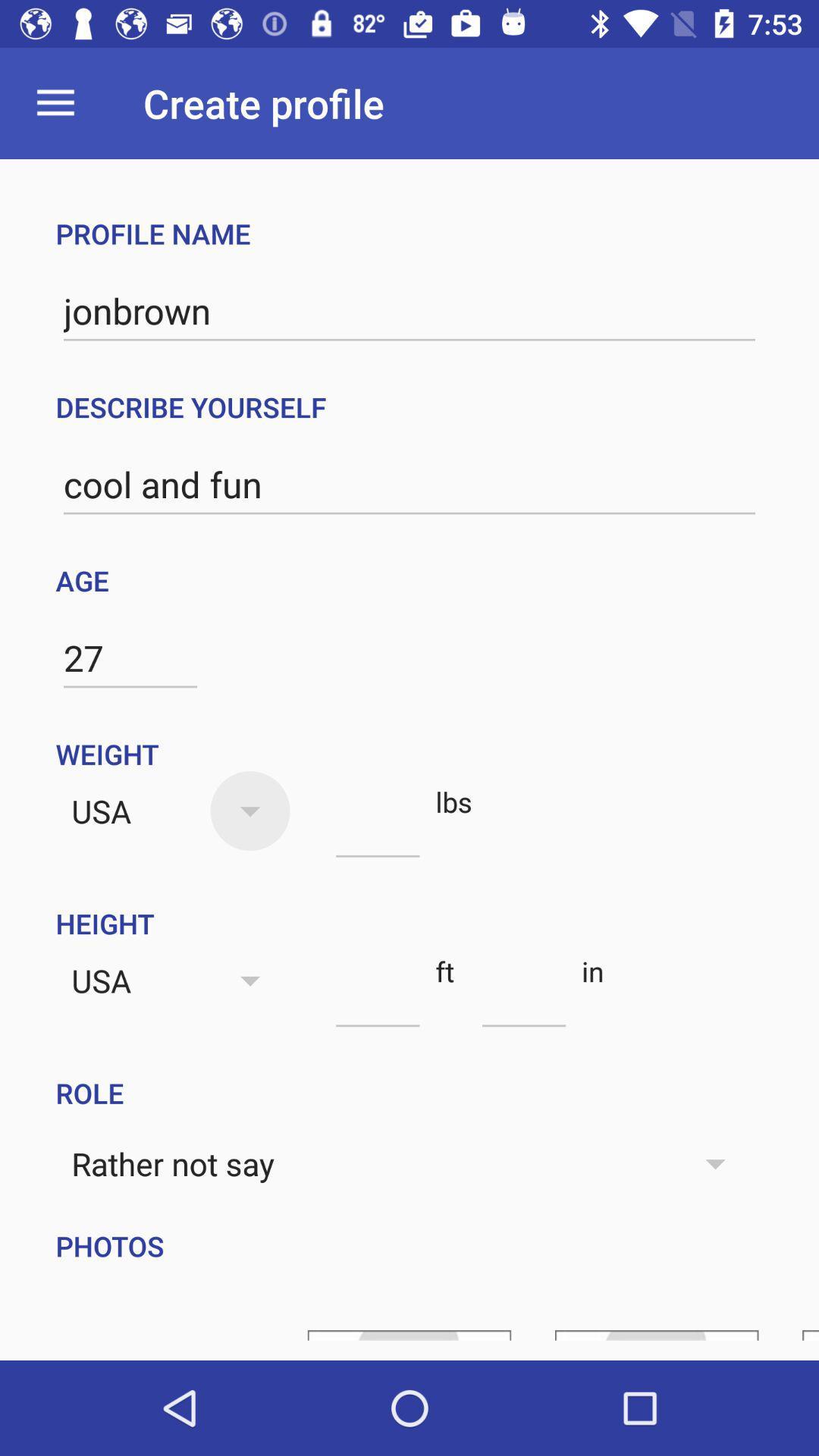  What do you see at coordinates (55, 102) in the screenshot?
I see `the icon above profile name` at bounding box center [55, 102].